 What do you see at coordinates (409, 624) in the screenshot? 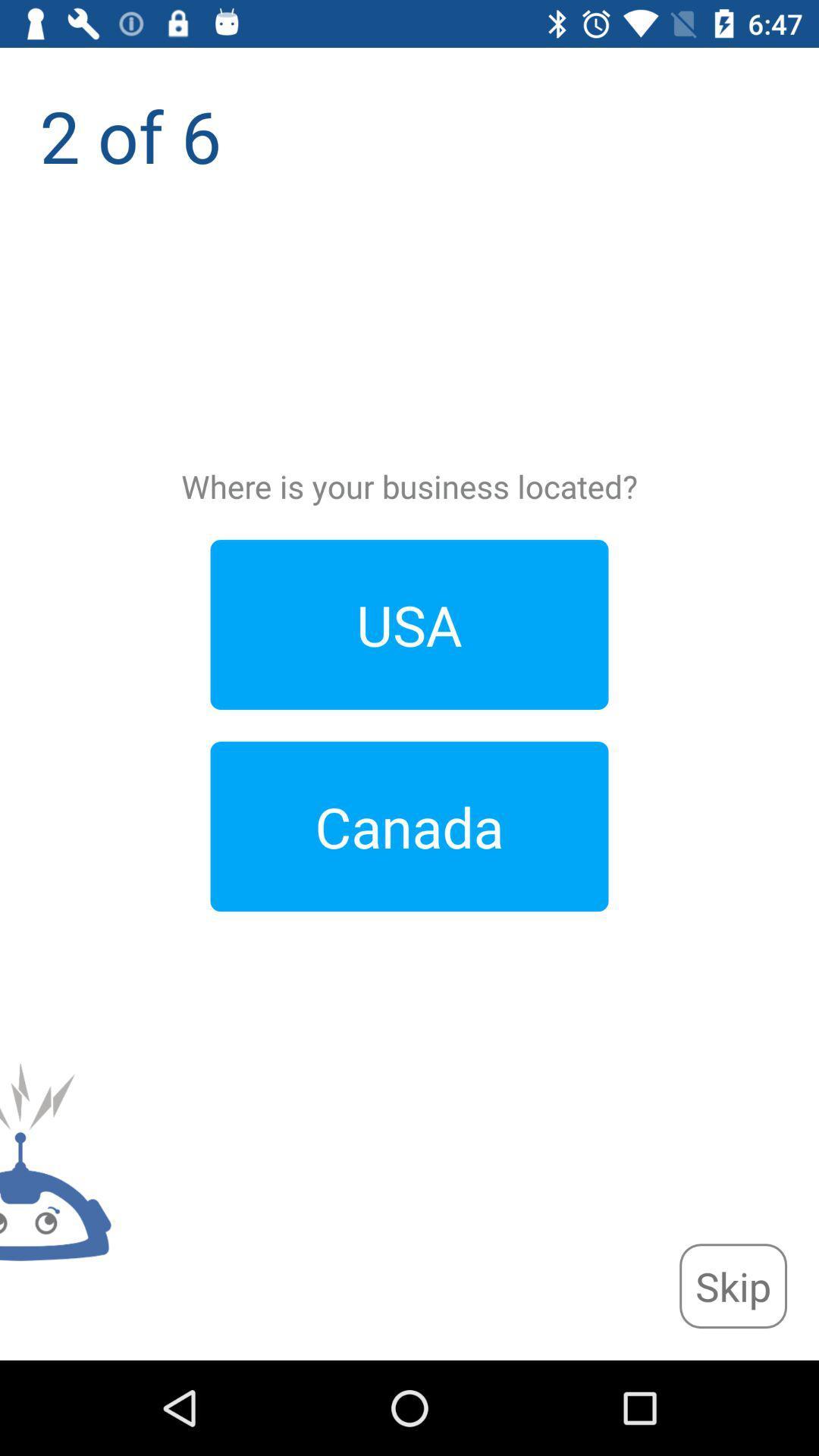
I see `usa` at bounding box center [409, 624].